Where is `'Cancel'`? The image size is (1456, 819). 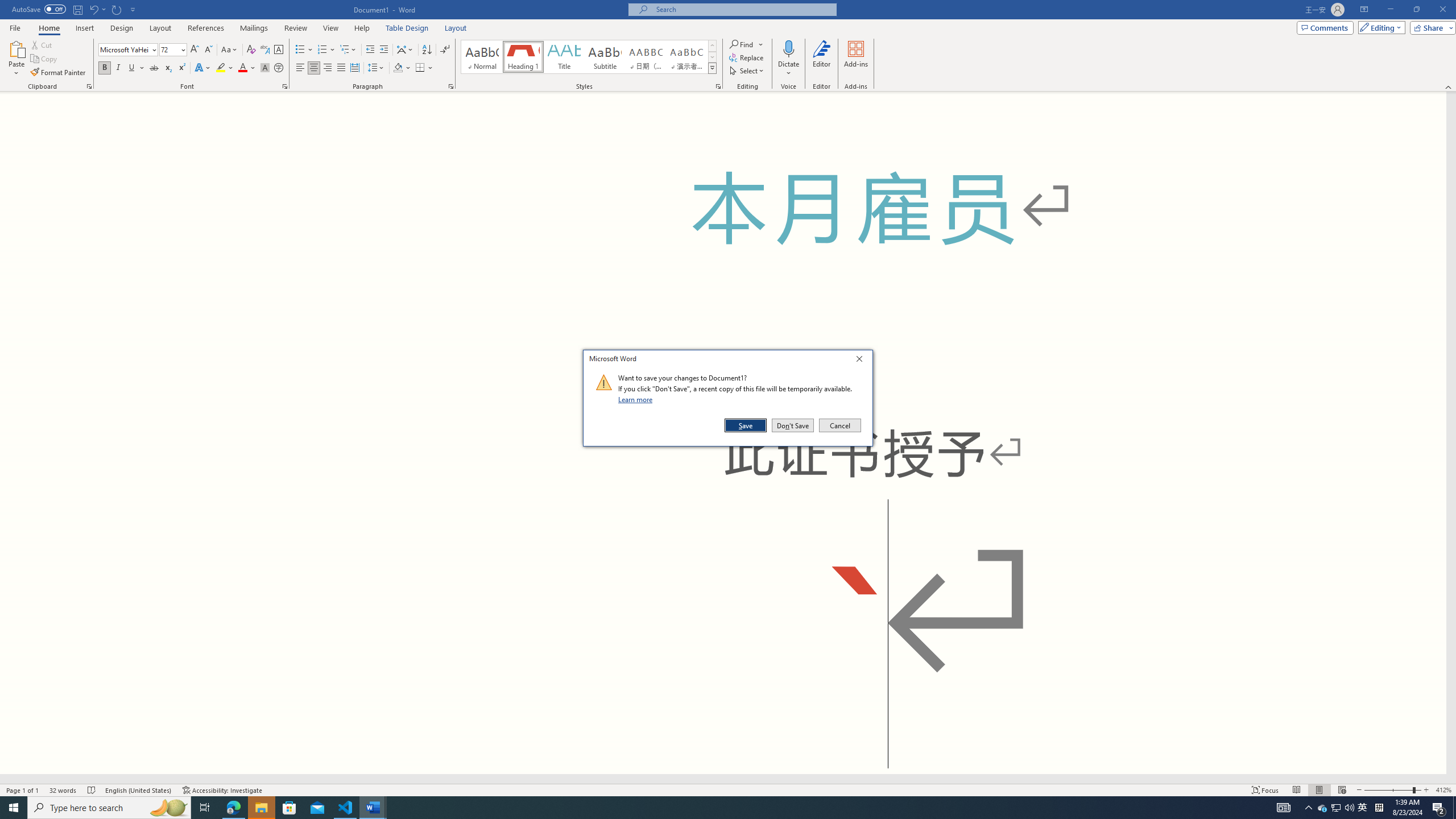 'Cancel' is located at coordinates (839, 425).